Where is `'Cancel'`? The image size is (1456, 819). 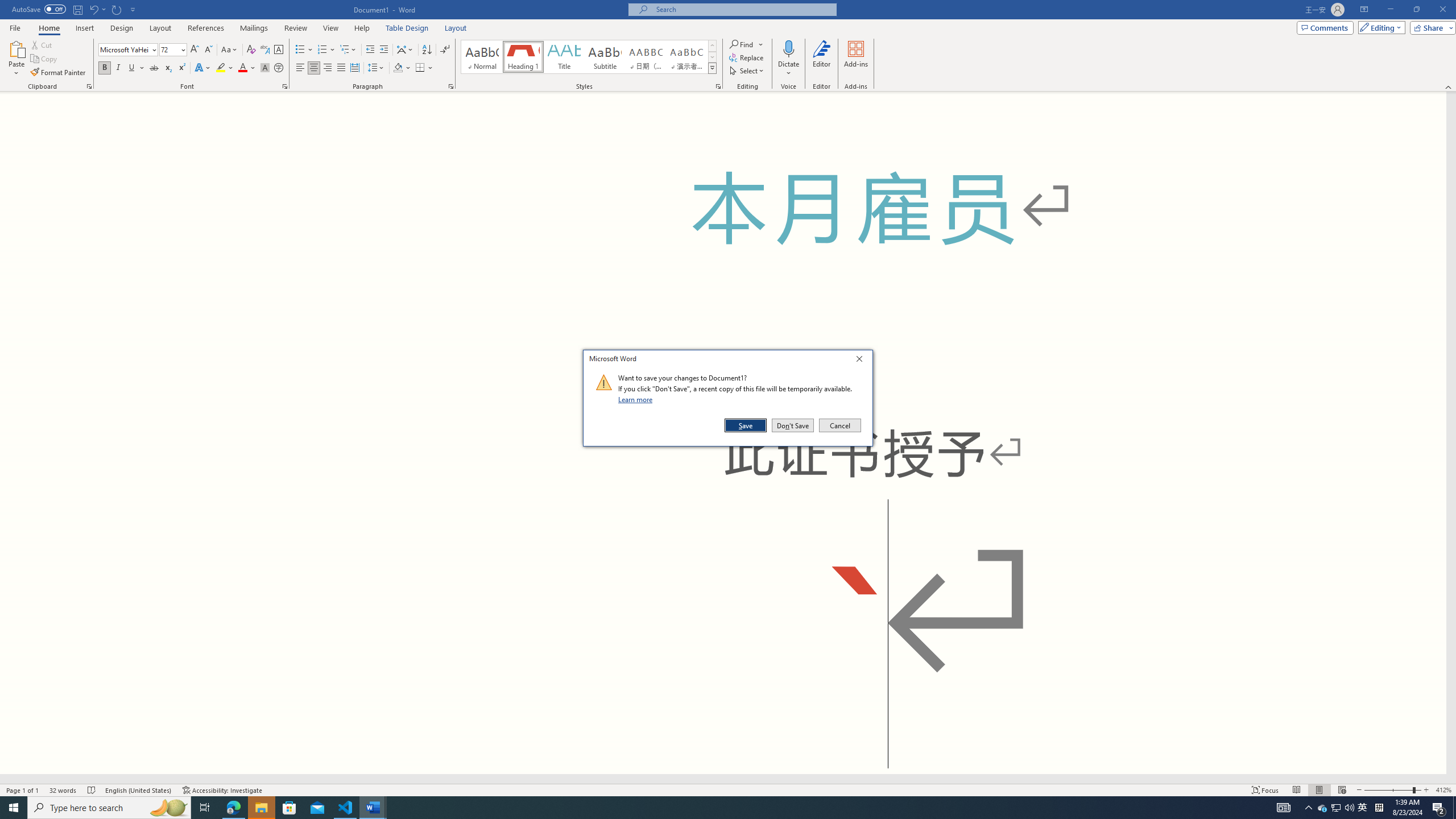 'Cancel' is located at coordinates (839, 425).